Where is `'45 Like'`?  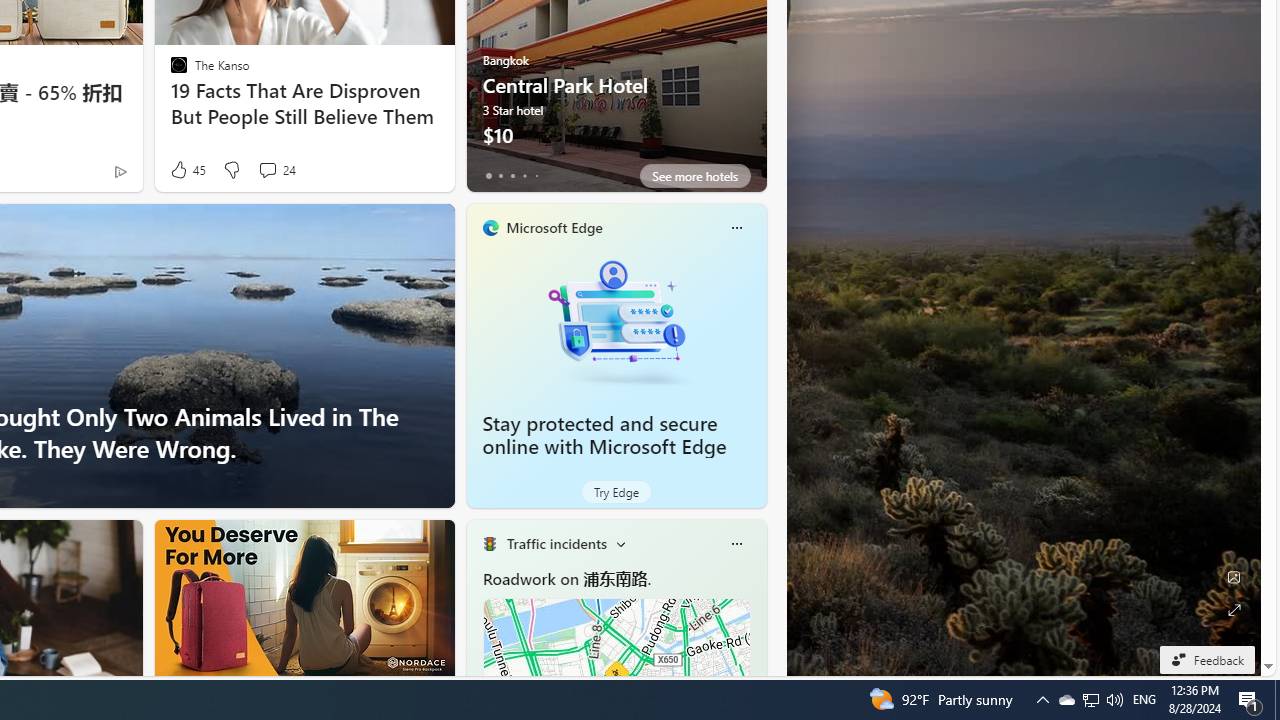 '45 Like' is located at coordinates (186, 169).